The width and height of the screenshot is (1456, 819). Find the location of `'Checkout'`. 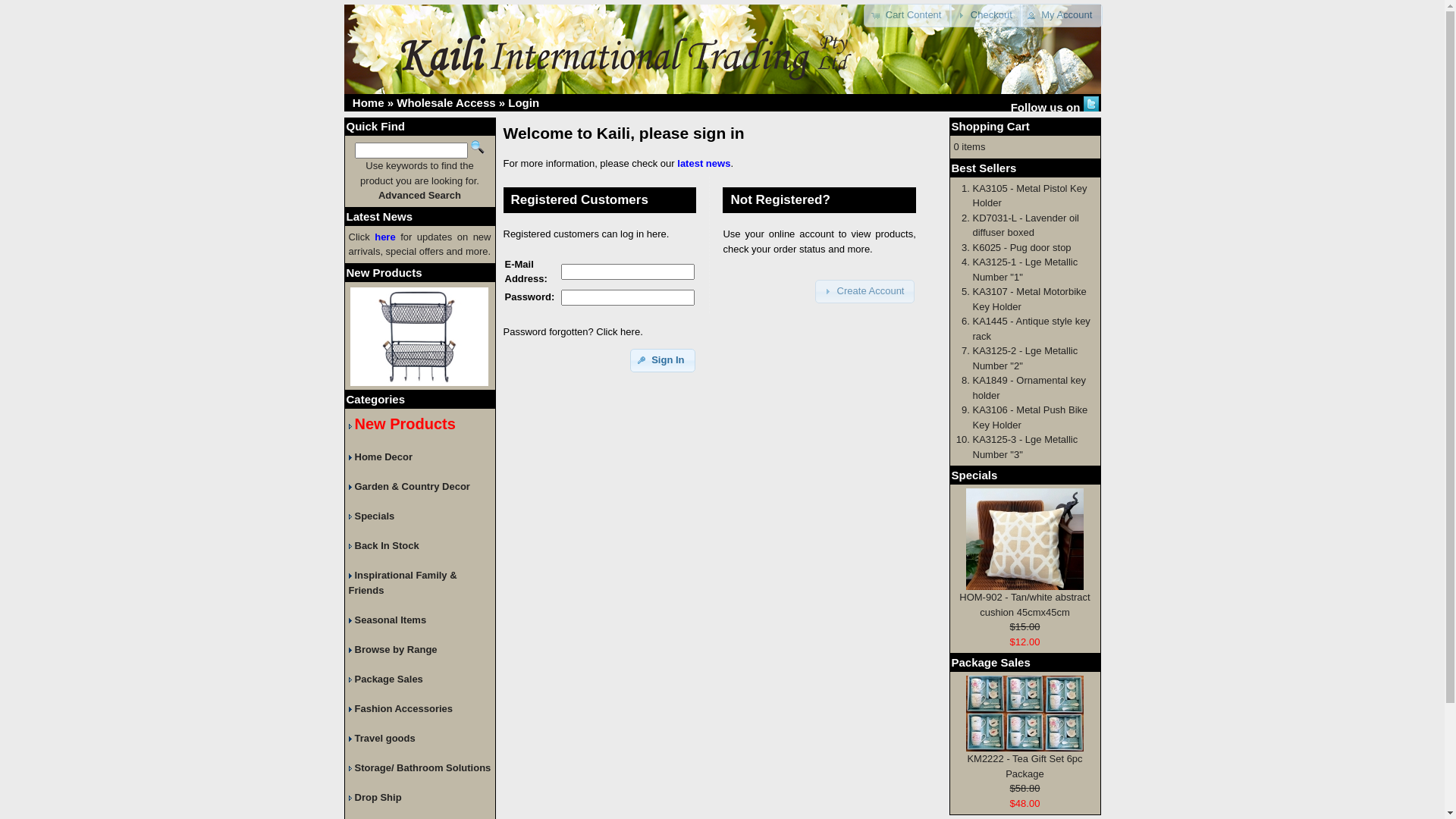

'Checkout' is located at coordinates (986, 15).